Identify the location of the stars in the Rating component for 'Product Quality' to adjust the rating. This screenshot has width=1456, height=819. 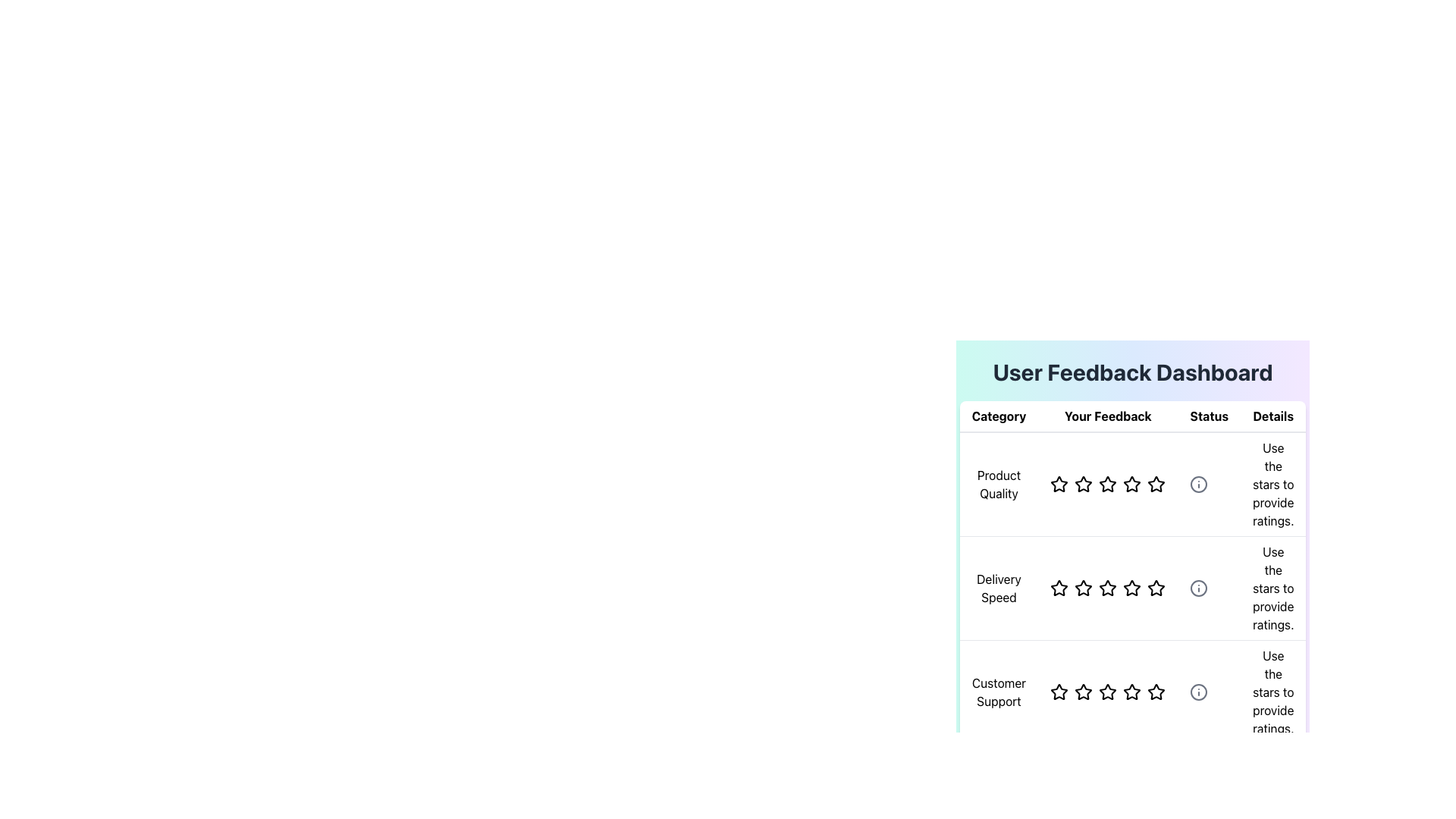
(1132, 484).